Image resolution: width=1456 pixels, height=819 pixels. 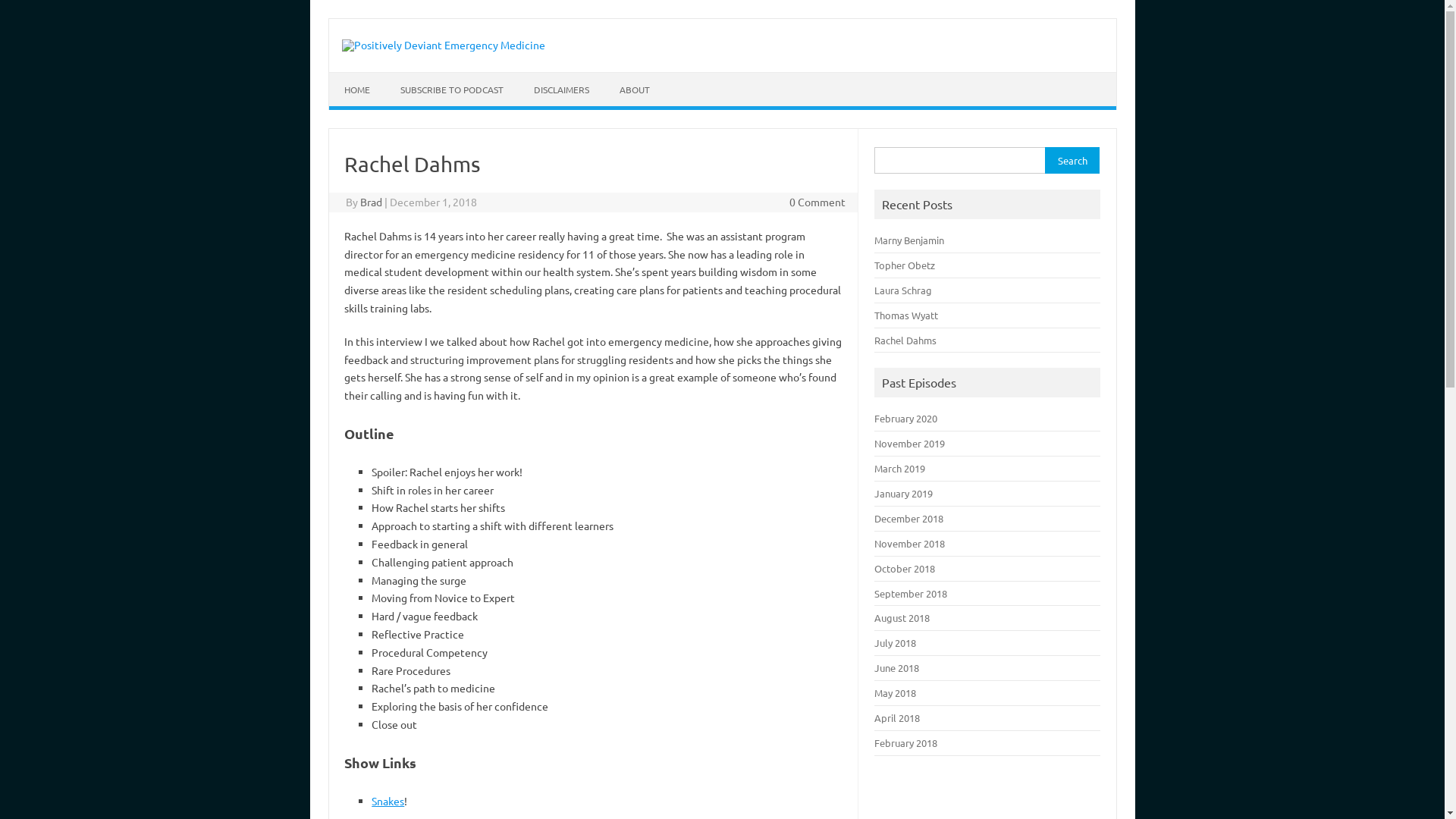 What do you see at coordinates (817, 201) in the screenshot?
I see `'0 Comment'` at bounding box center [817, 201].